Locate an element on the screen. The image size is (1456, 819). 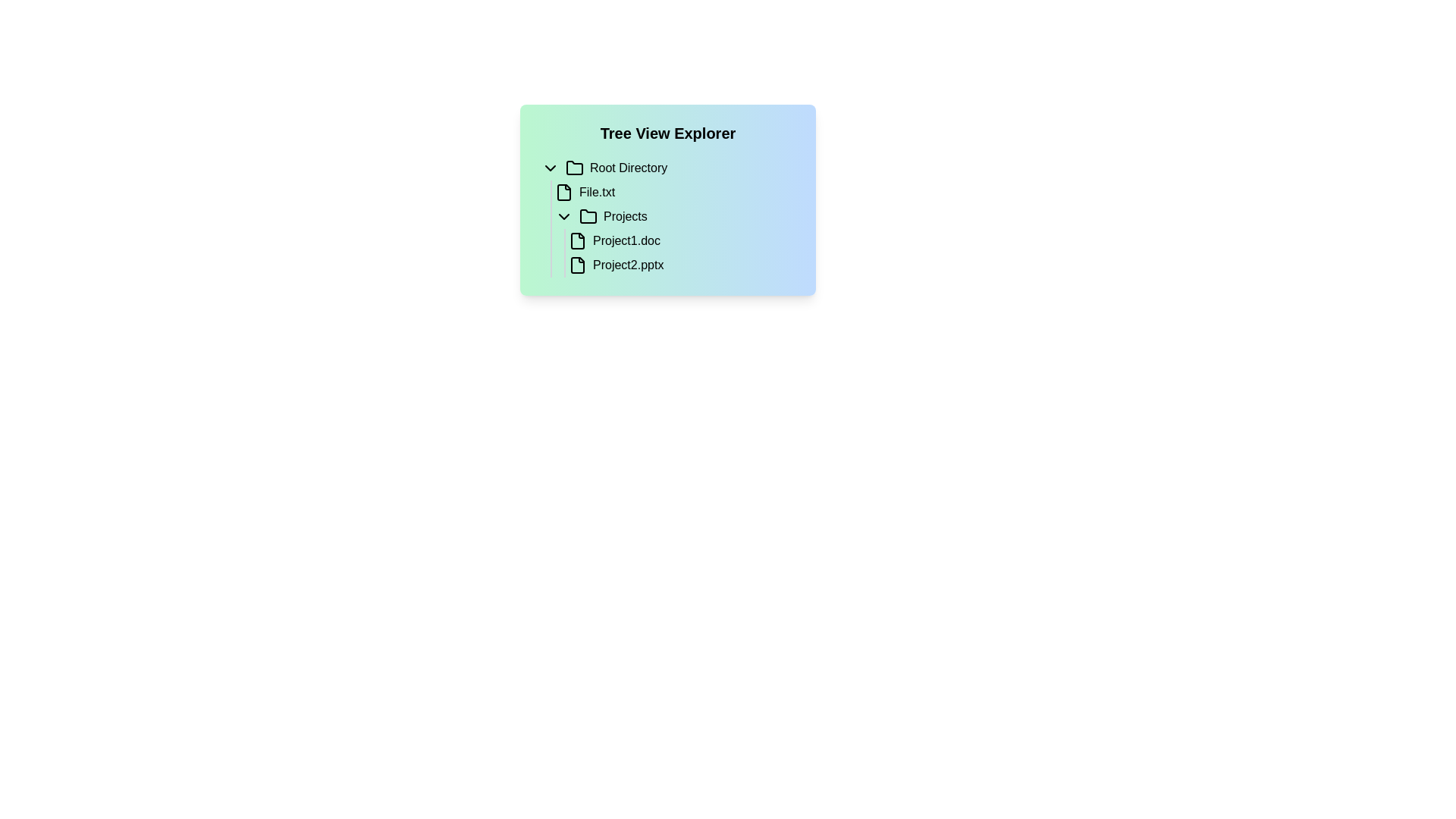
the folder icon representing the 'Root Directory' is located at coordinates (574, 168).